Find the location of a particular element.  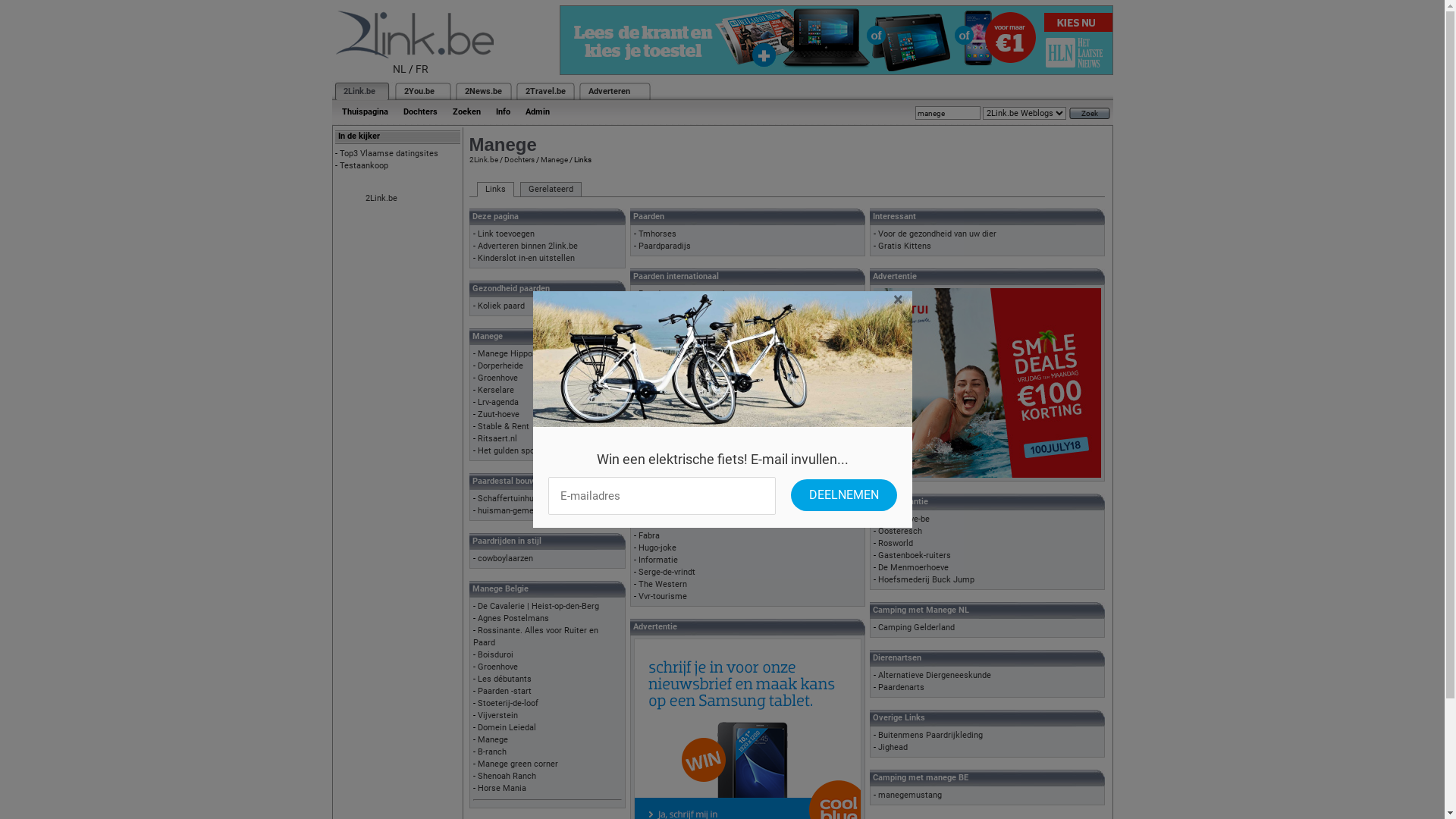

'Groenhove-be' is located at coordinates (903, 518).